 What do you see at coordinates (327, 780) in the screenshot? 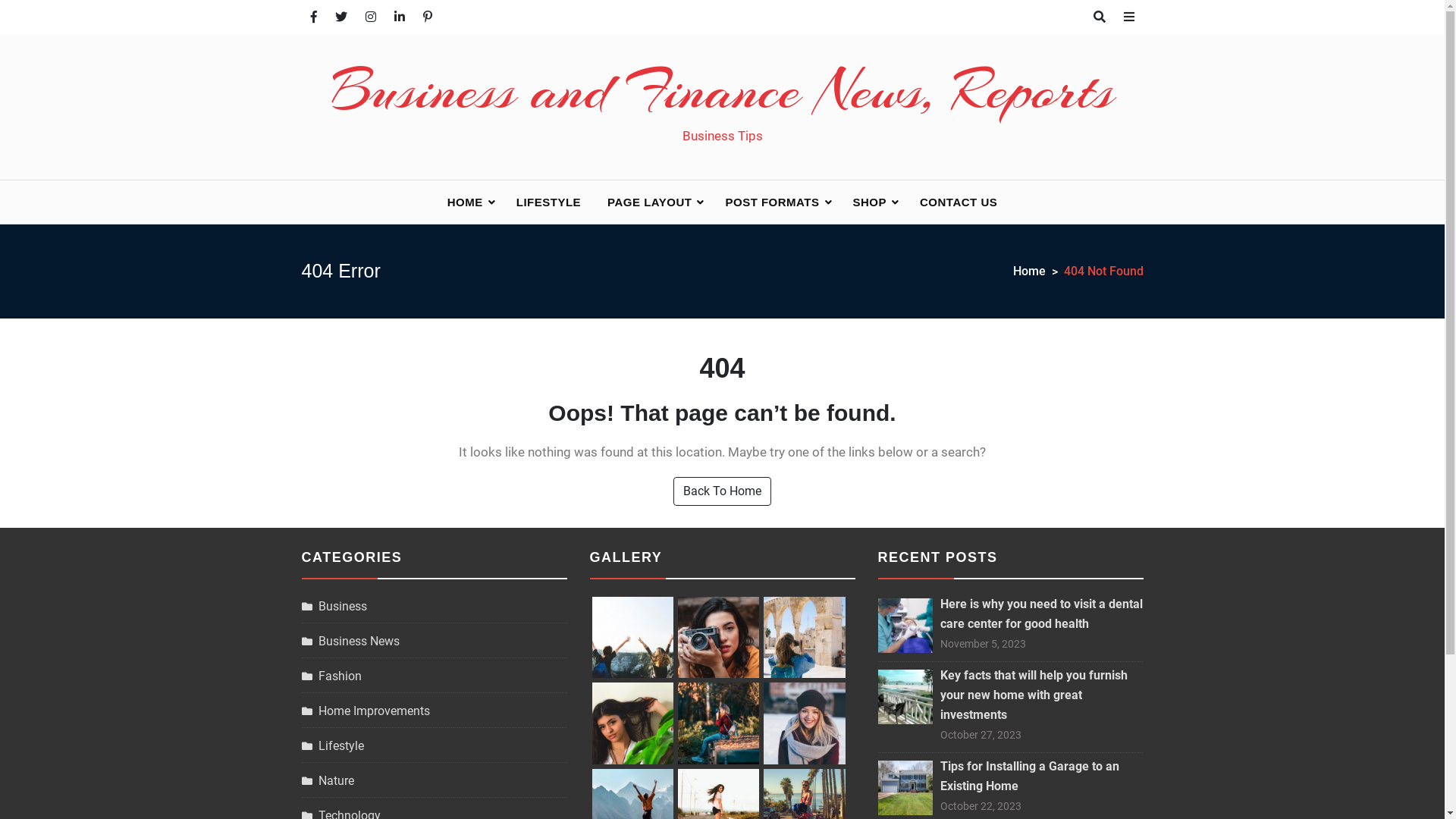
I see `'Nature'` at bounding box center [327, 780].